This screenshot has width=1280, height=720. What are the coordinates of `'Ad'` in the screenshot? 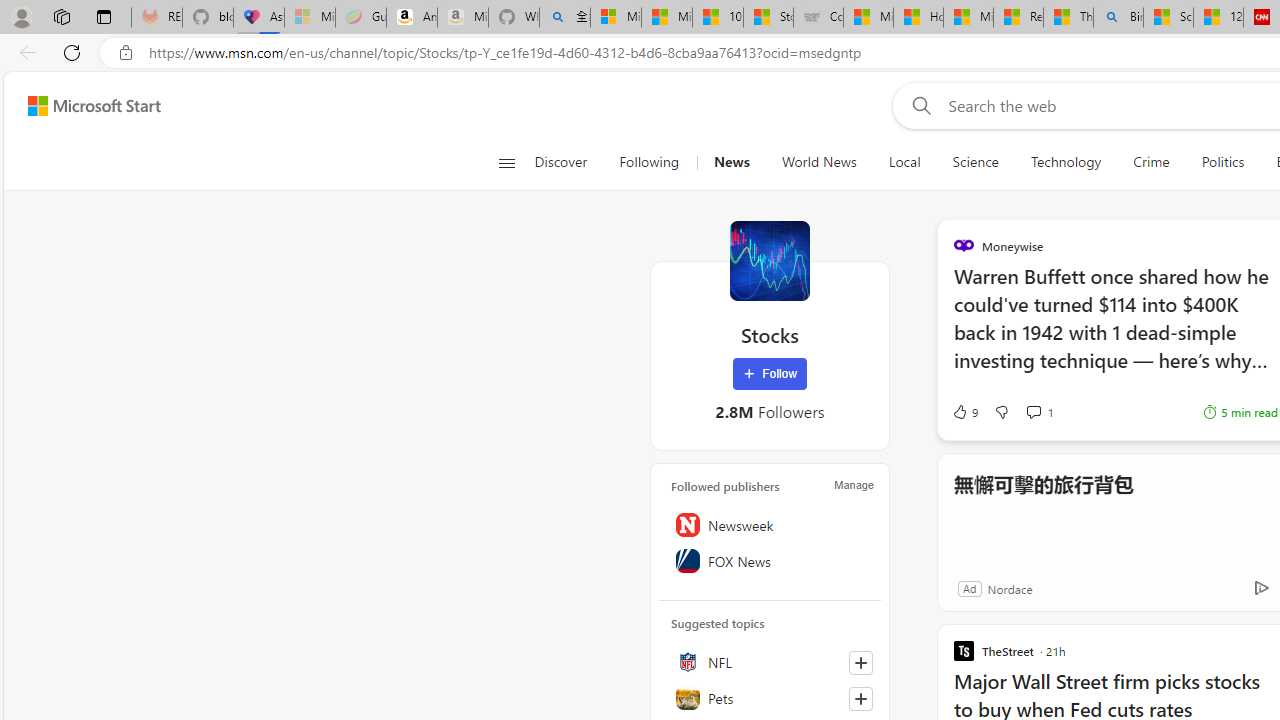 It's located at (969, 587).